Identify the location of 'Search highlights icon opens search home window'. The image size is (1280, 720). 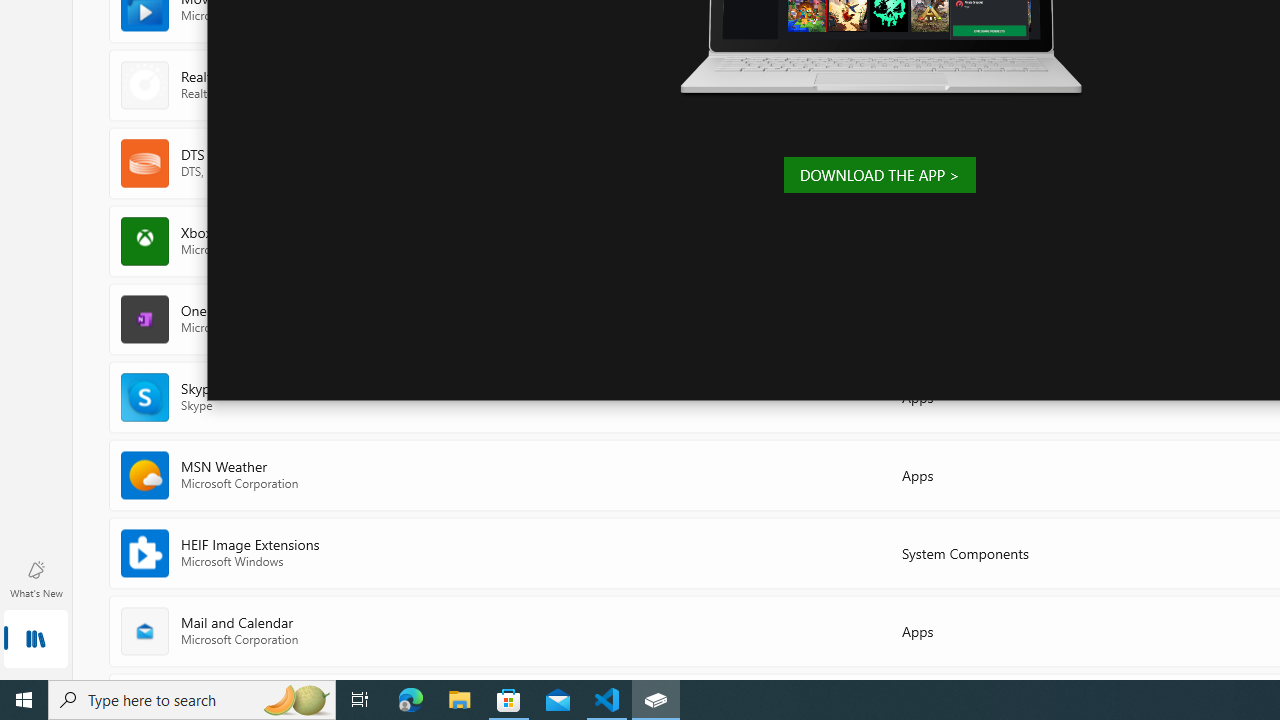
(294, 698).